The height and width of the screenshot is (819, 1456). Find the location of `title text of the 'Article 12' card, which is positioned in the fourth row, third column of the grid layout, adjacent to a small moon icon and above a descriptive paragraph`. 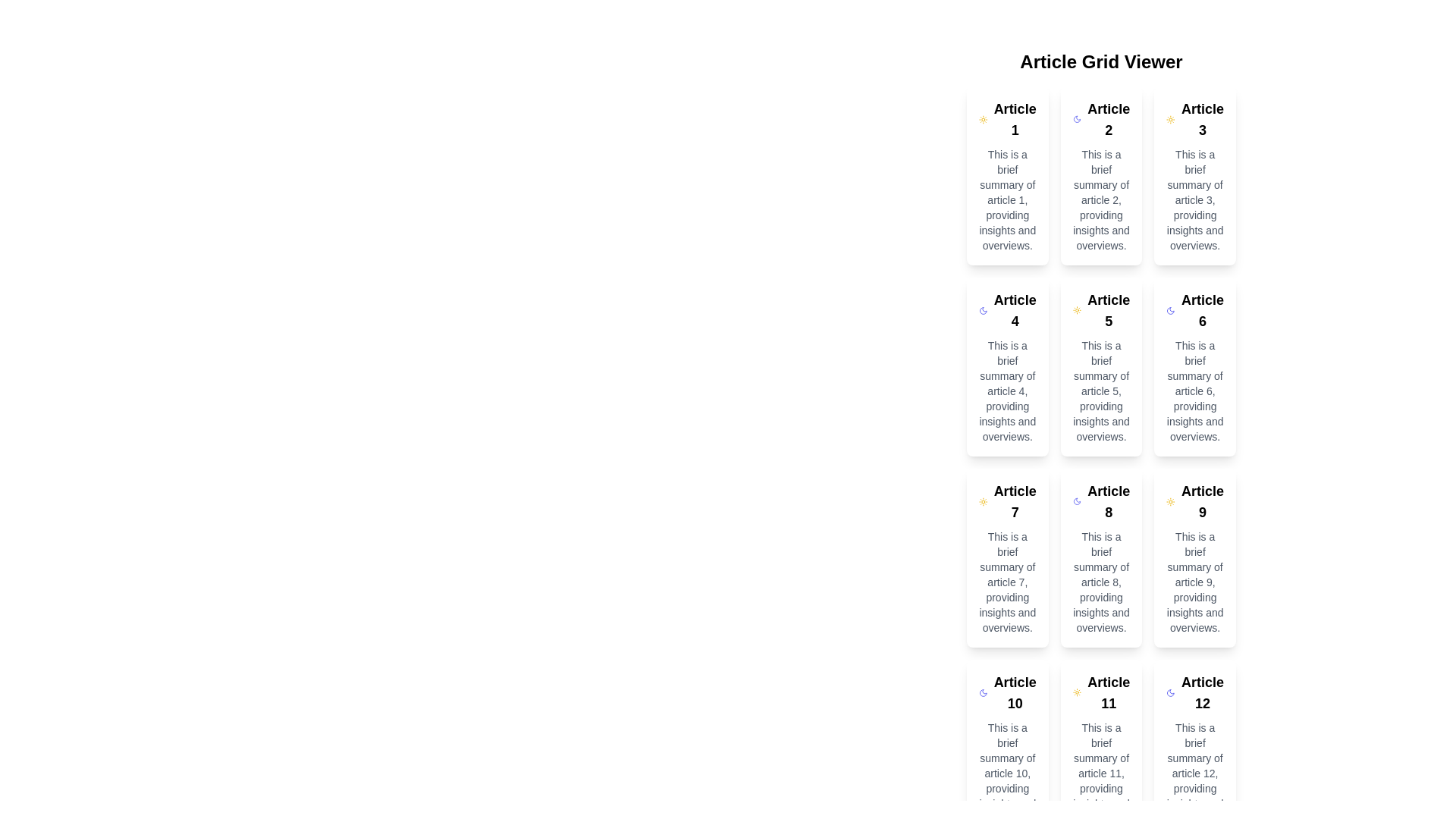

title text of the 'Article 12' card, which is positioned in the fourth row, third column of the grid layout, adjacent to a small moon icon and above a descriptive paragraph is located at coordinates (1194, 693).